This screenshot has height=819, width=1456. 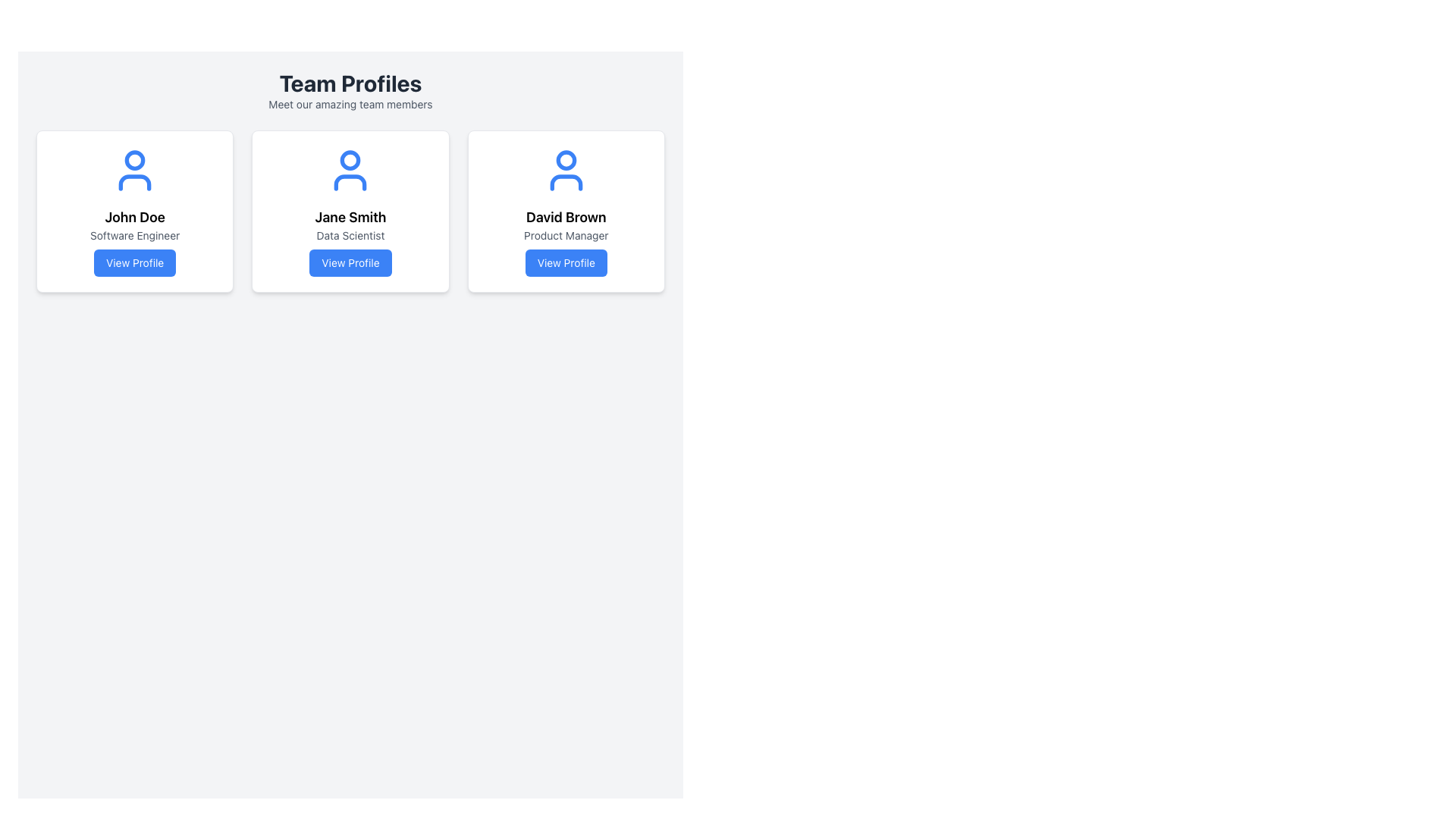 I want to click on the user information card located in the top-left corner of the grid layout, so click(x=135, y=211).